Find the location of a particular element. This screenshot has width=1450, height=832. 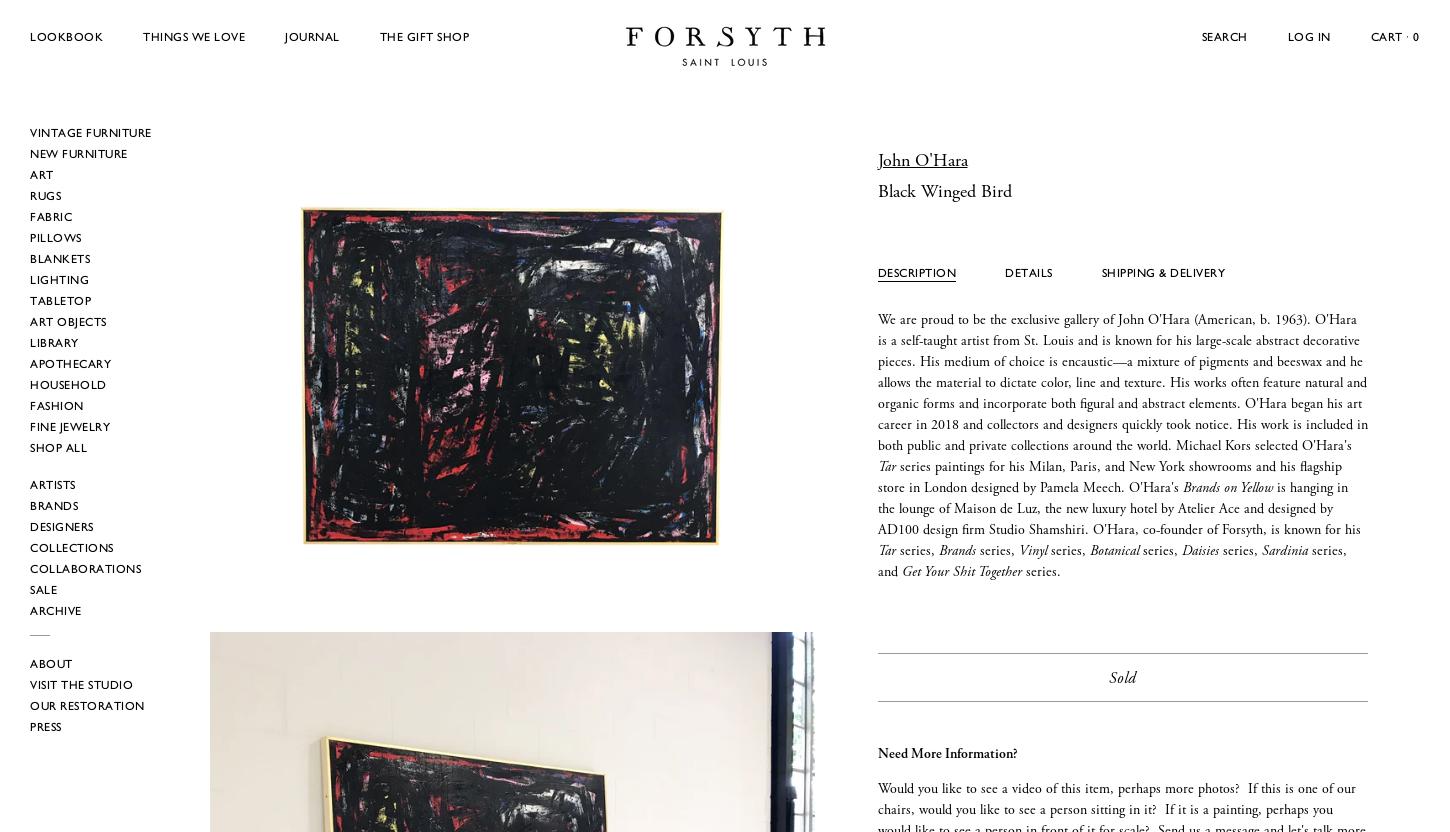

'Sold' is located at coordinates (1121, 677).